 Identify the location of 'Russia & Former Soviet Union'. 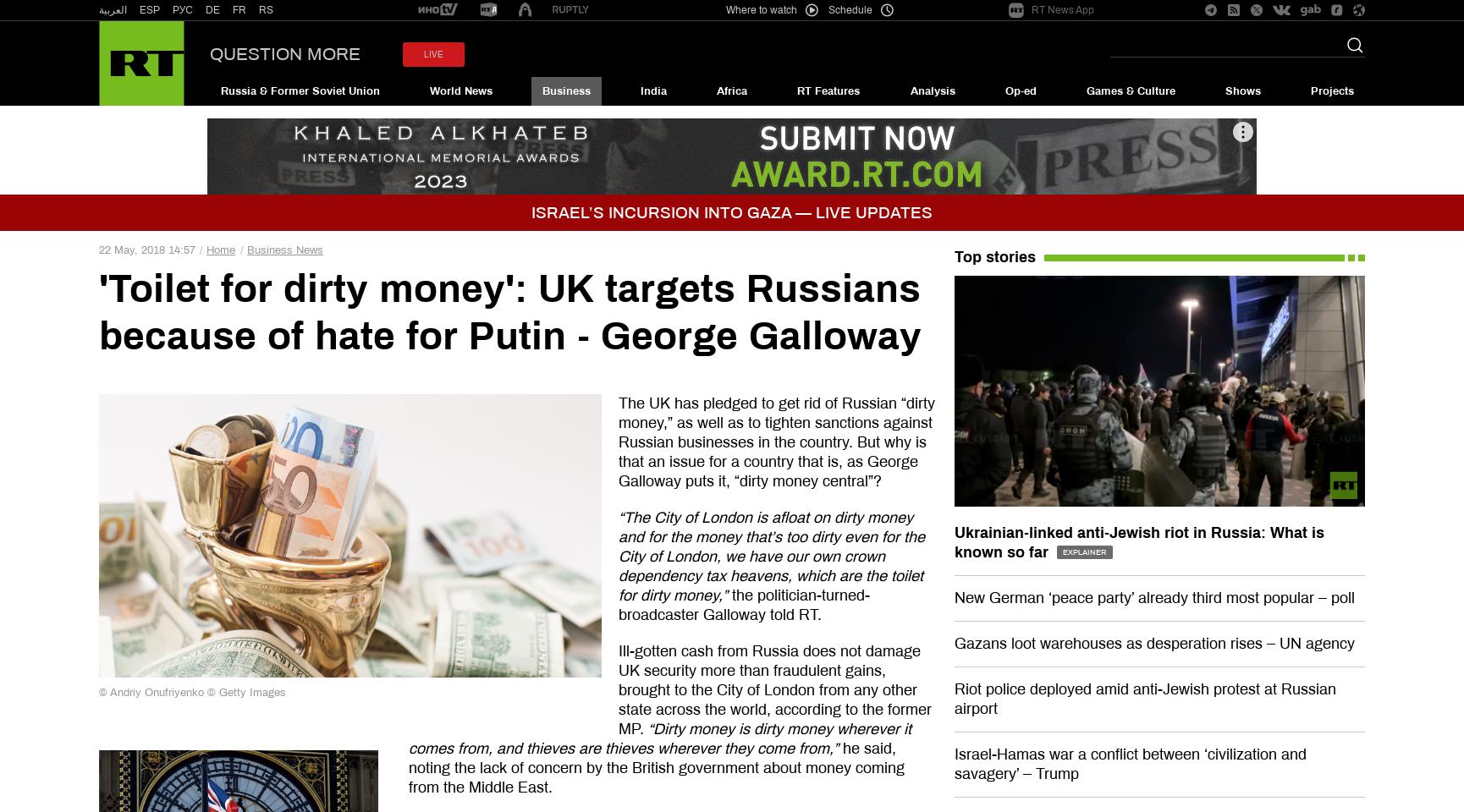
(300, 91).